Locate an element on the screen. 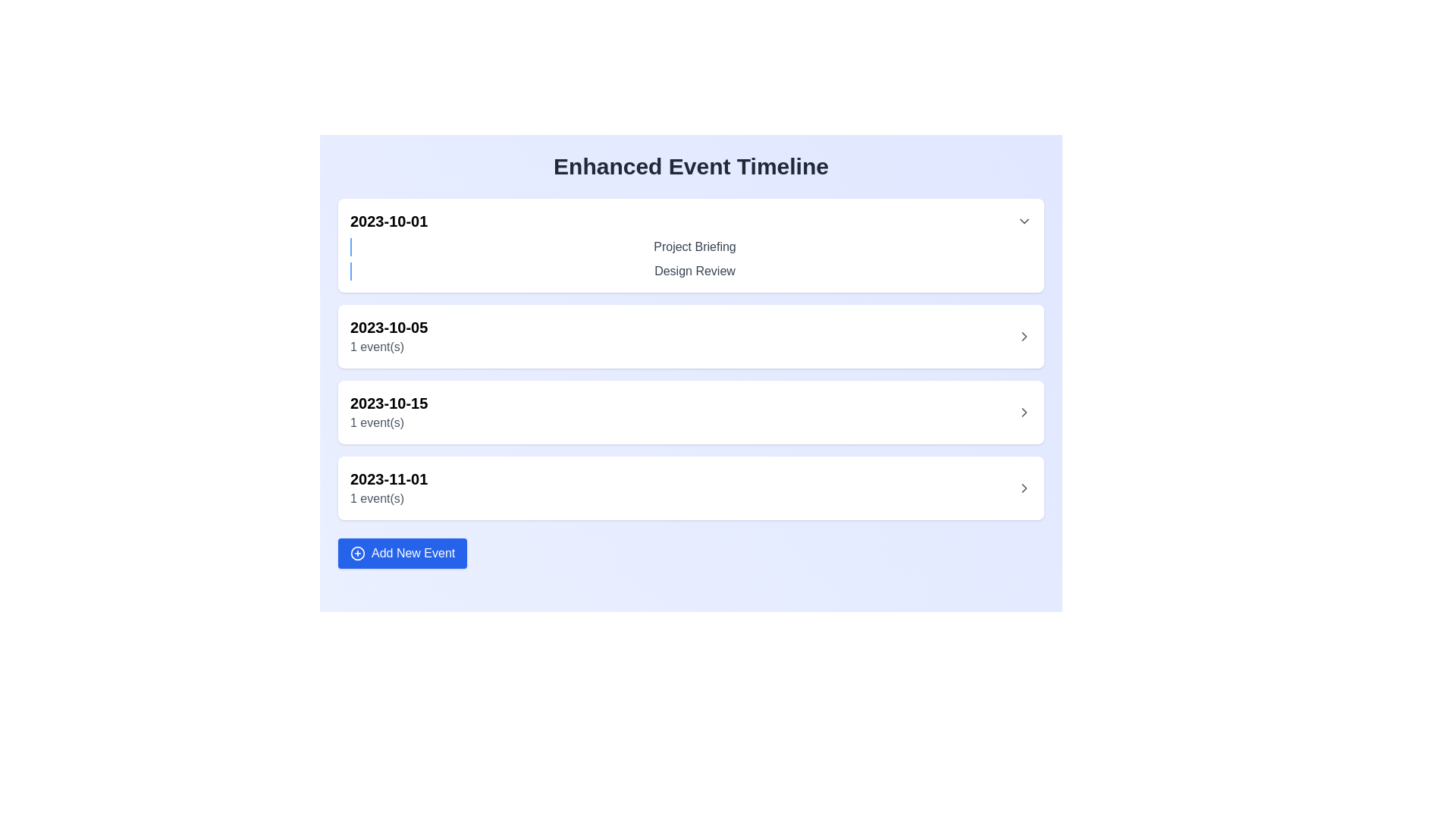  the Text Label that indicates the number of events scheduled for the date '2023-11-01' is located at coordinates (389, 499).